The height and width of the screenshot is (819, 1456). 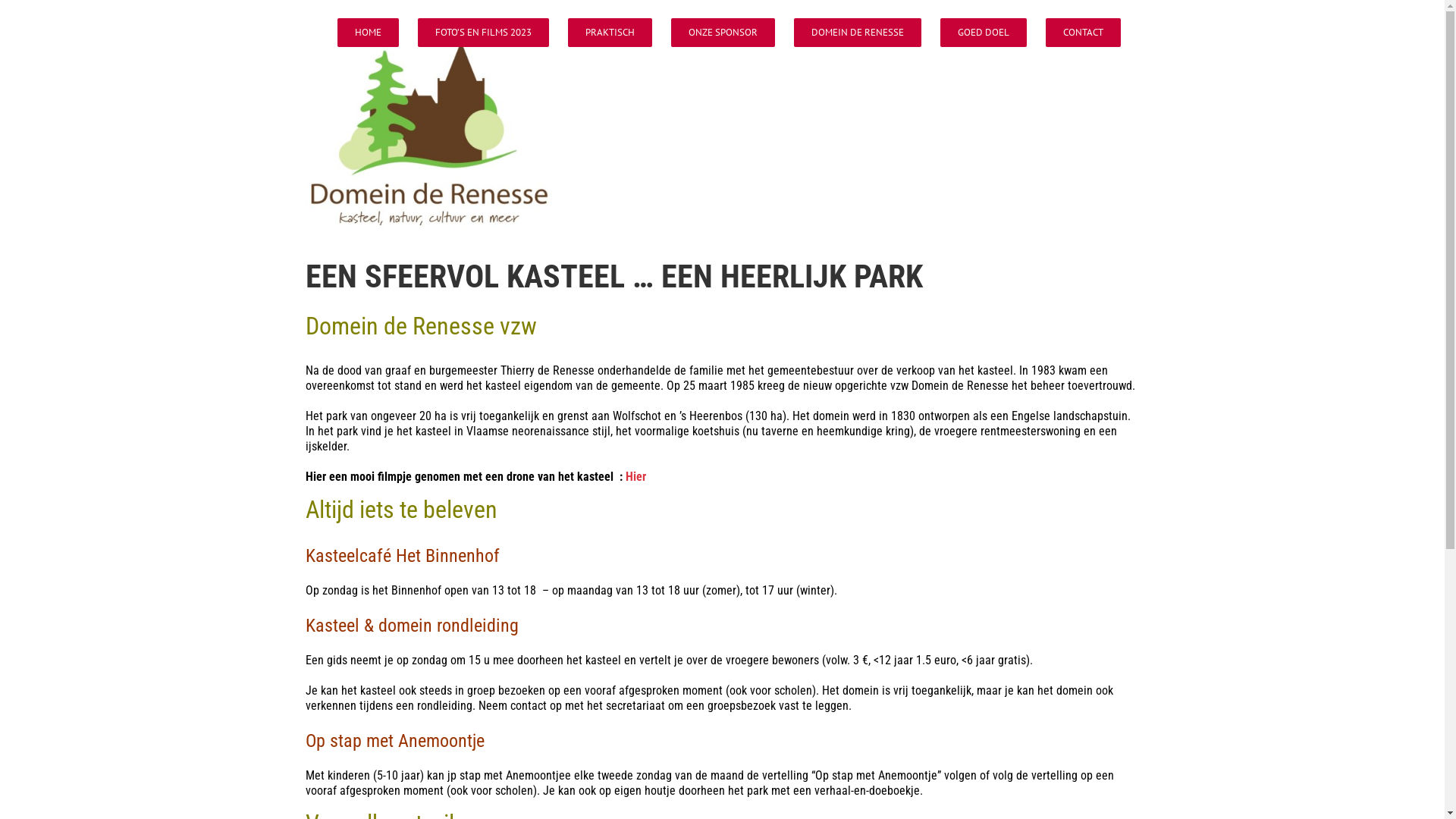 I want to click on 'DOMEIN DE RENESSE', so click(x=856, y=32).